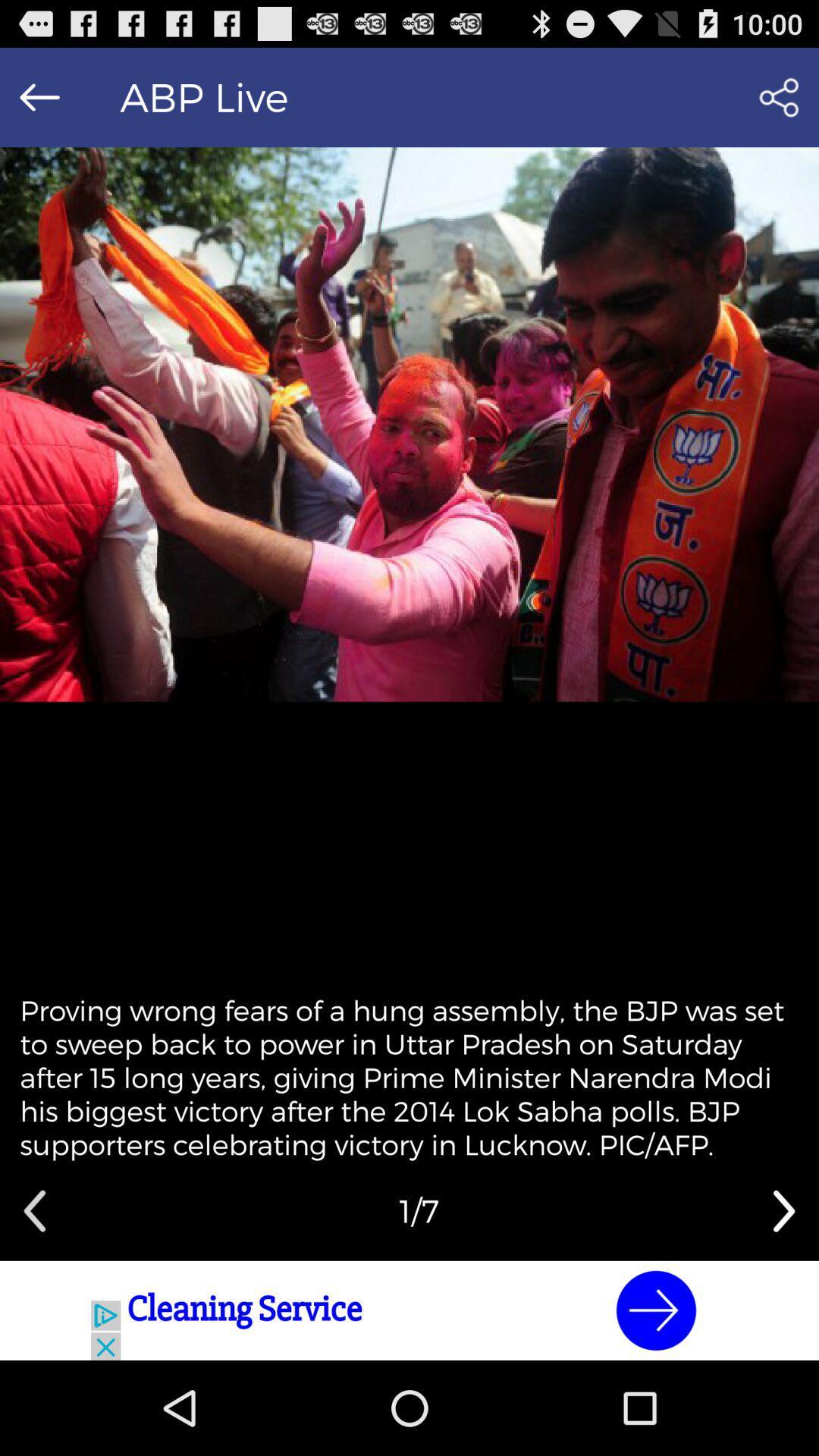 This screenshot has height=1456, width=819. What do you see at coordinates (783, 1210) in the screenshot?
I see `next page` at bounding box center [783, 1210].